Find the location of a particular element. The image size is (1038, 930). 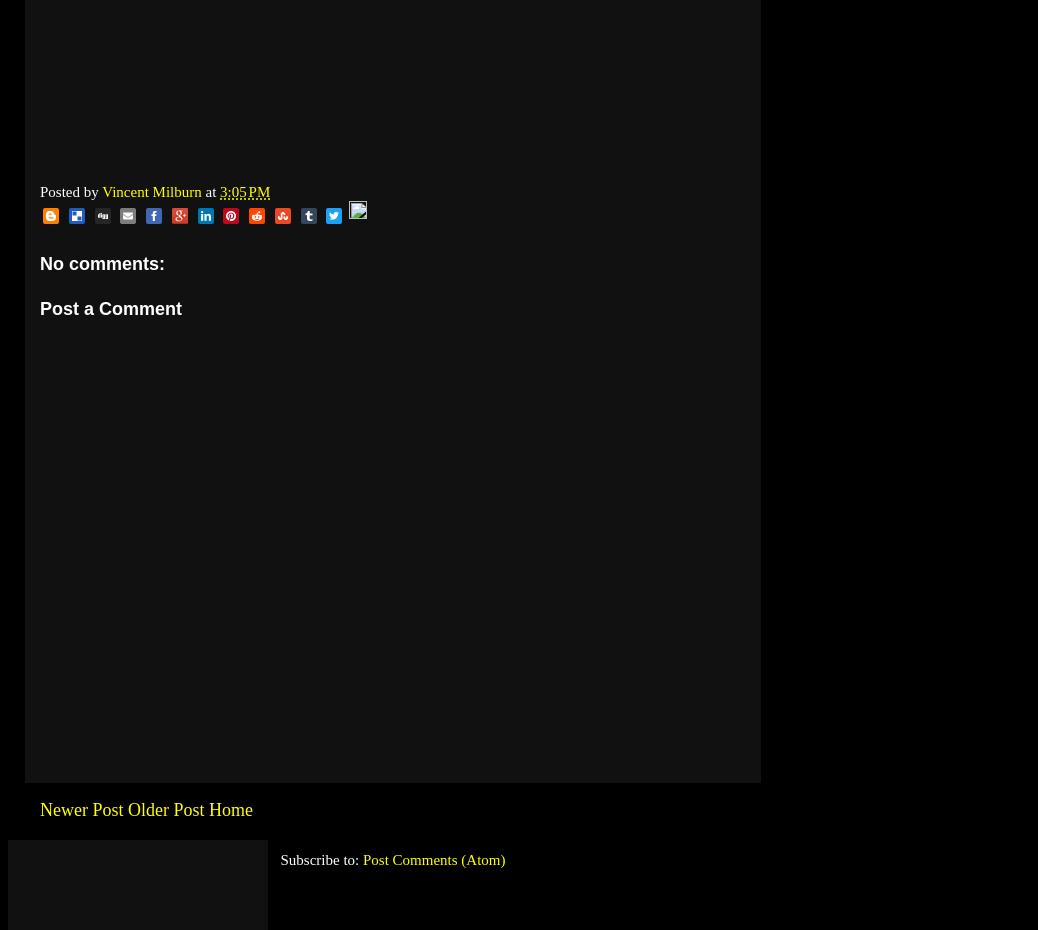

'Newer Post' is located at coordinates (80, 809).